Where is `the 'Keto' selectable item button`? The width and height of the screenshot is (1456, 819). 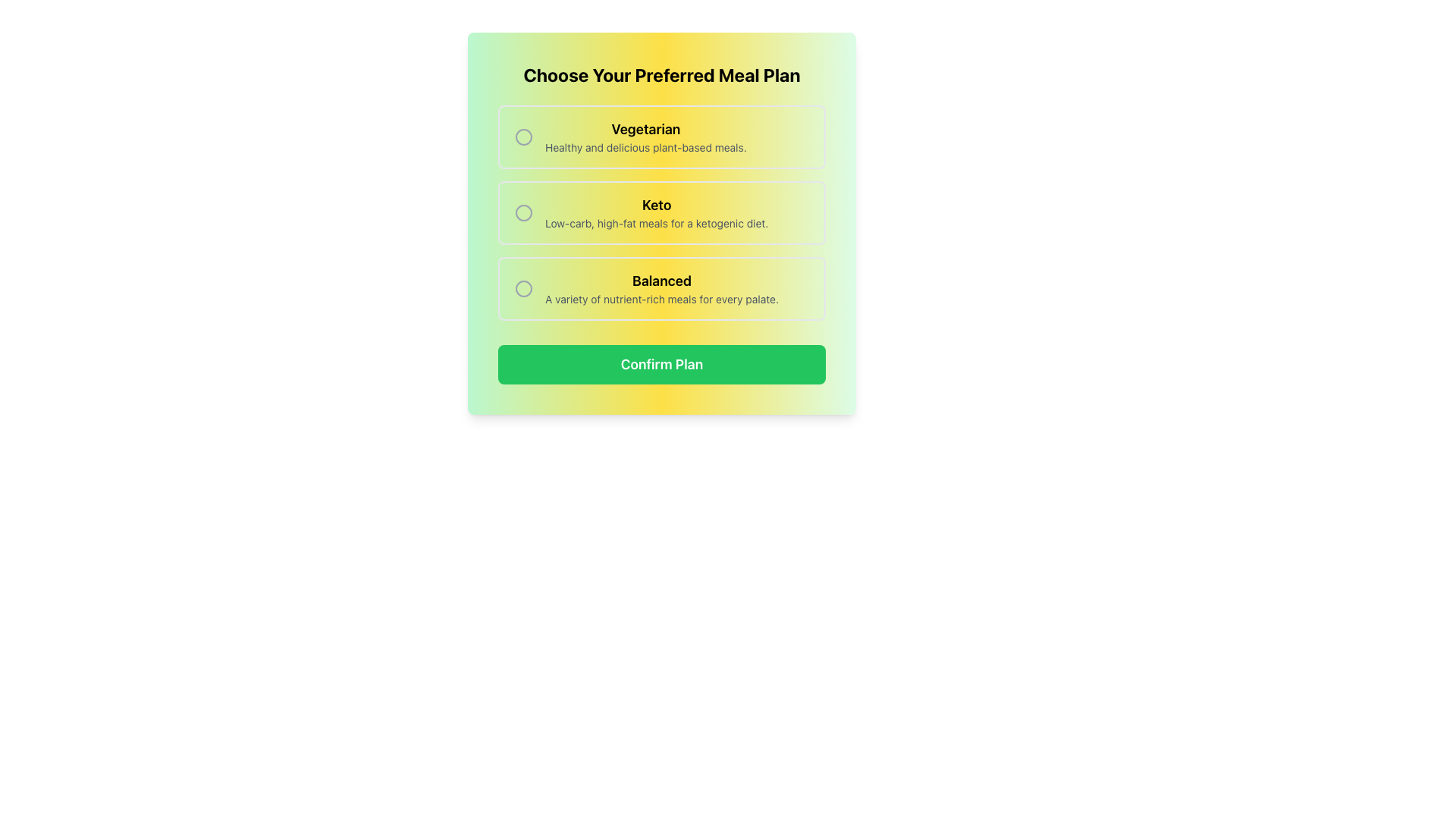
the 'Keto' selectable item button is located at coordinates (662, 213).